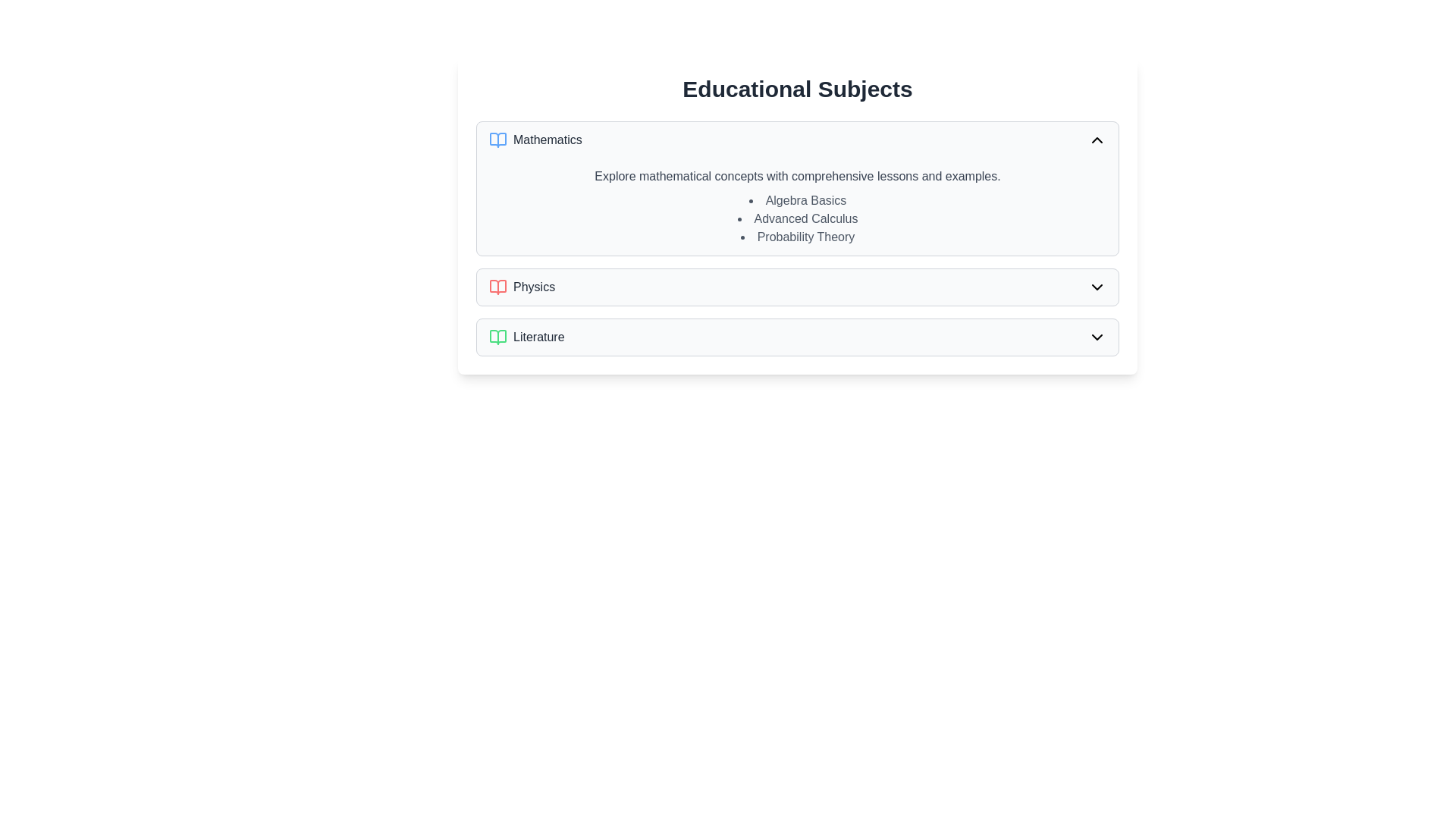 The width and height of the screenshot is (1456, 819). Describe the element at coordinates (796, 207) in the screenshot. I see `the informational content block delivering introductory text and a summary of topics in the Mathematics section, located under the 'Mathematics' header` at that location.